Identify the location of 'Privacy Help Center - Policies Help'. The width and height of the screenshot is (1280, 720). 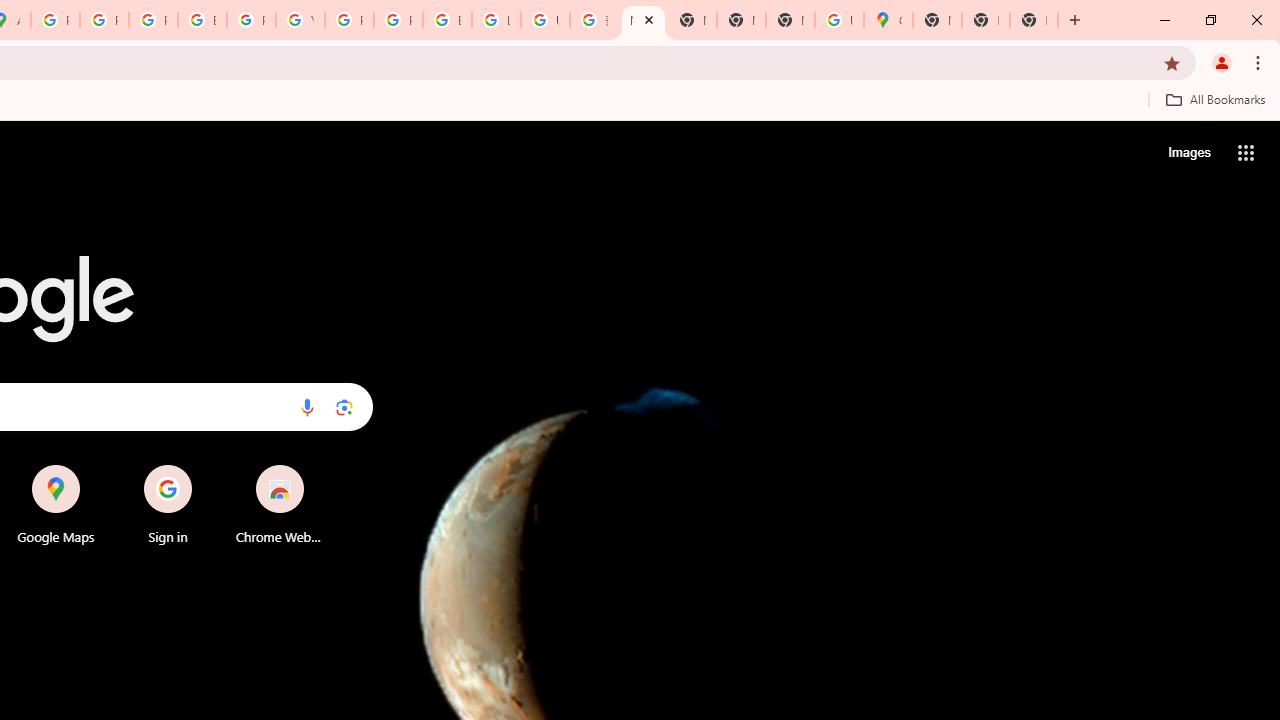
(152, 20).